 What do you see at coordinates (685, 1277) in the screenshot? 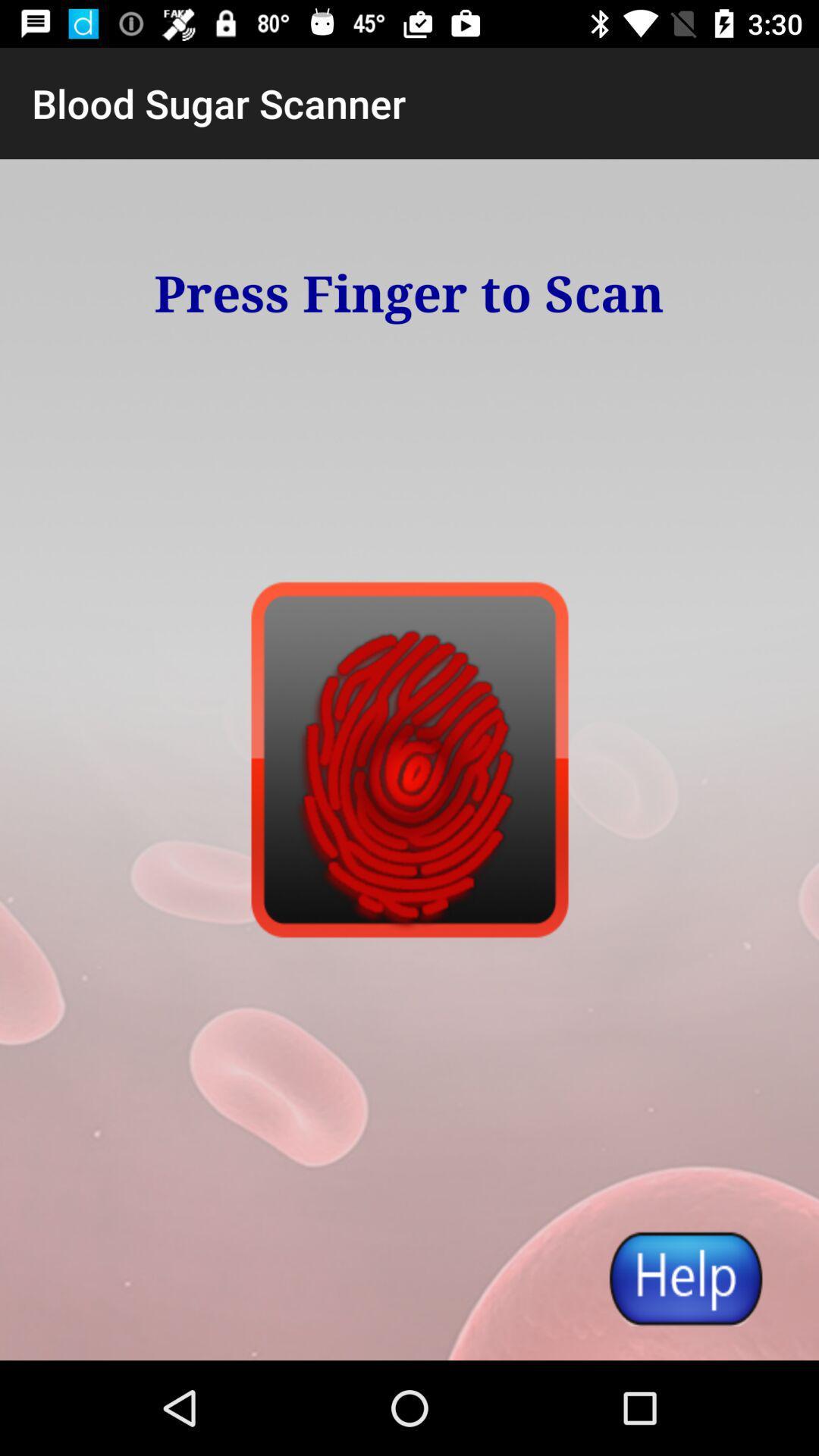
I see `the item at the bottom right corner` at bounding box center [685, 1277].